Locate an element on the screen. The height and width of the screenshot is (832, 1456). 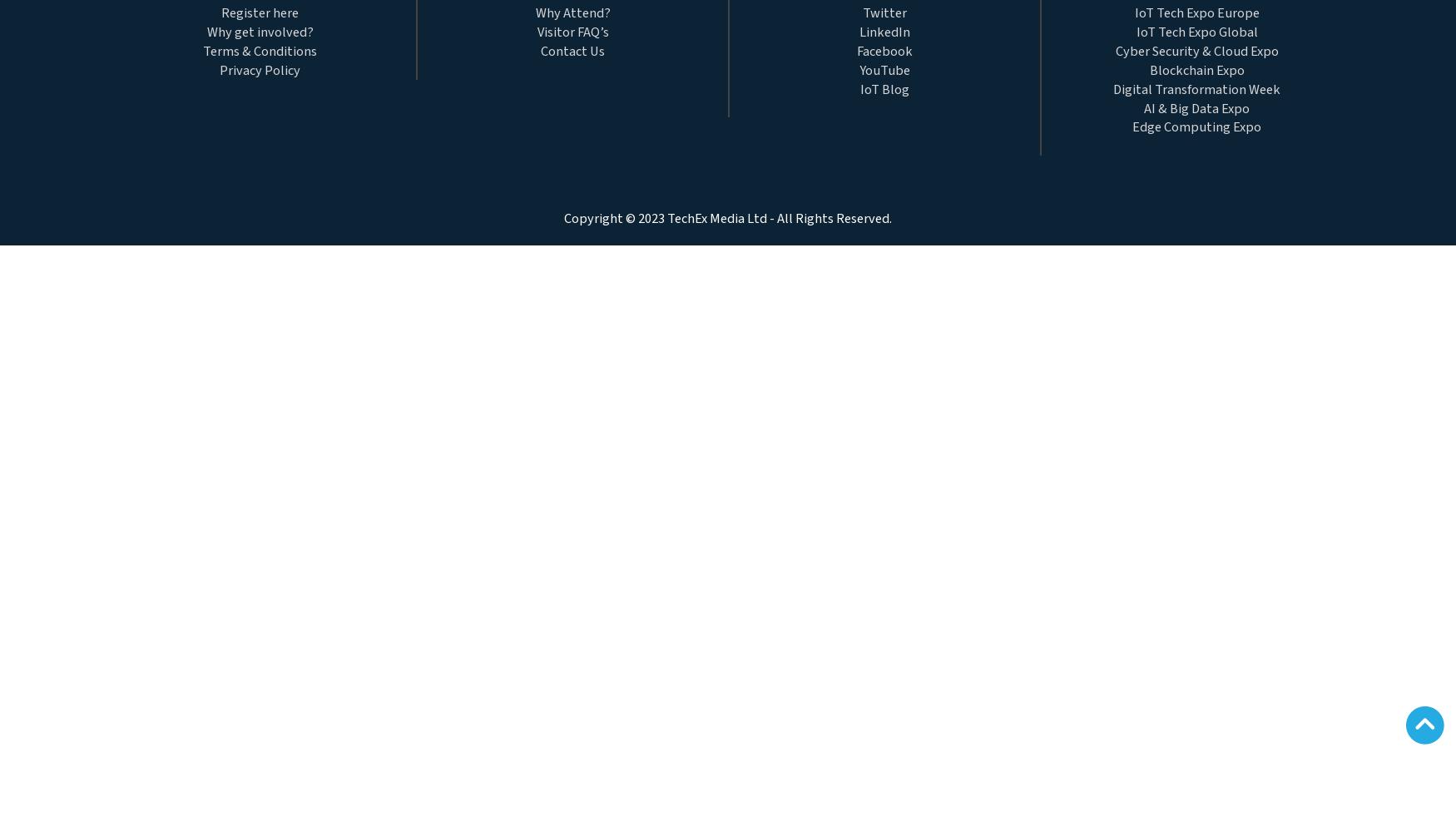
'IoT Tech Expo Global' is located at coordinates (1195, 32).